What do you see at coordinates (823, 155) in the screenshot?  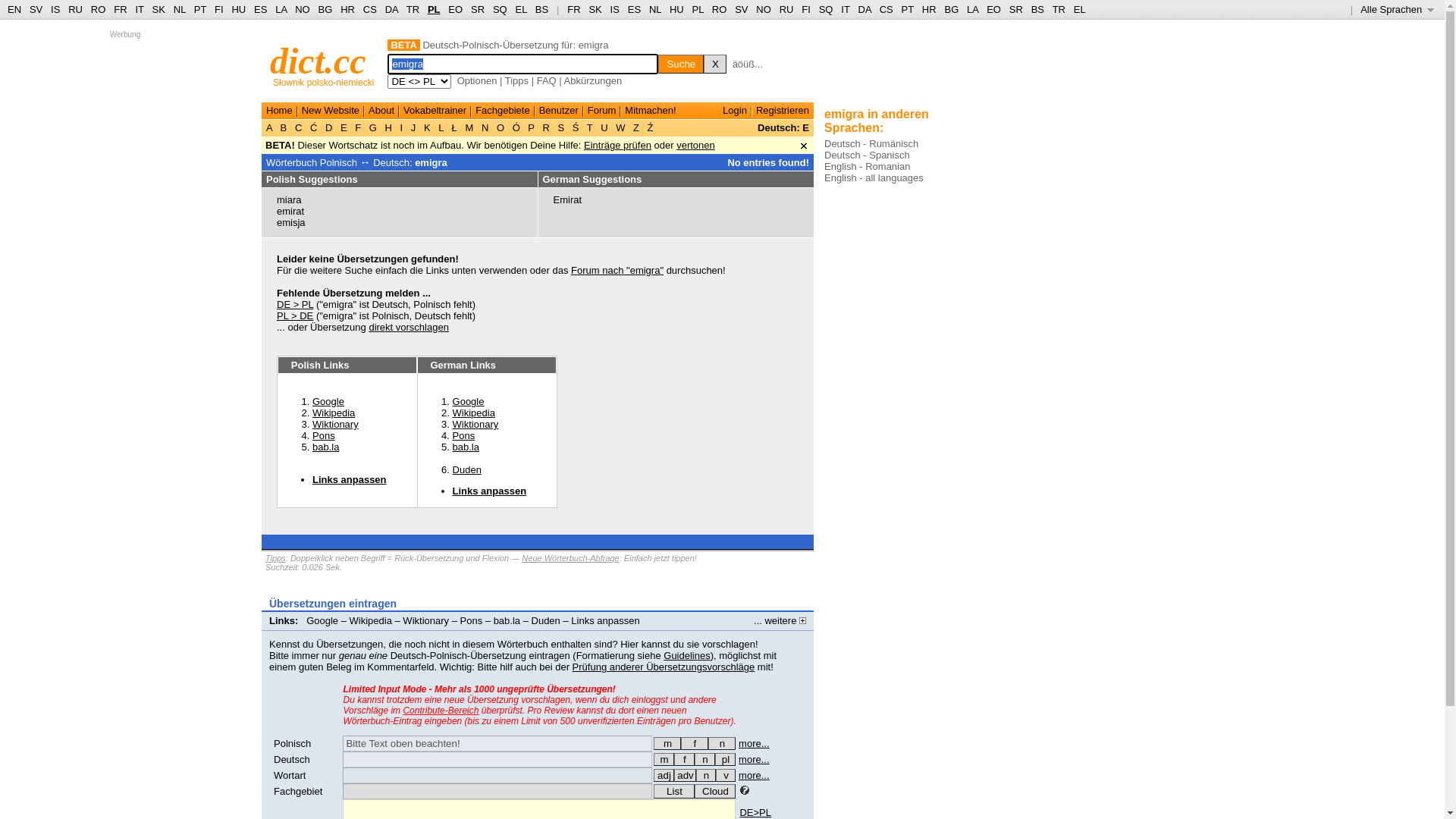 I see `'Deutsch - Spanisch'` at bounding box center [823, 155].